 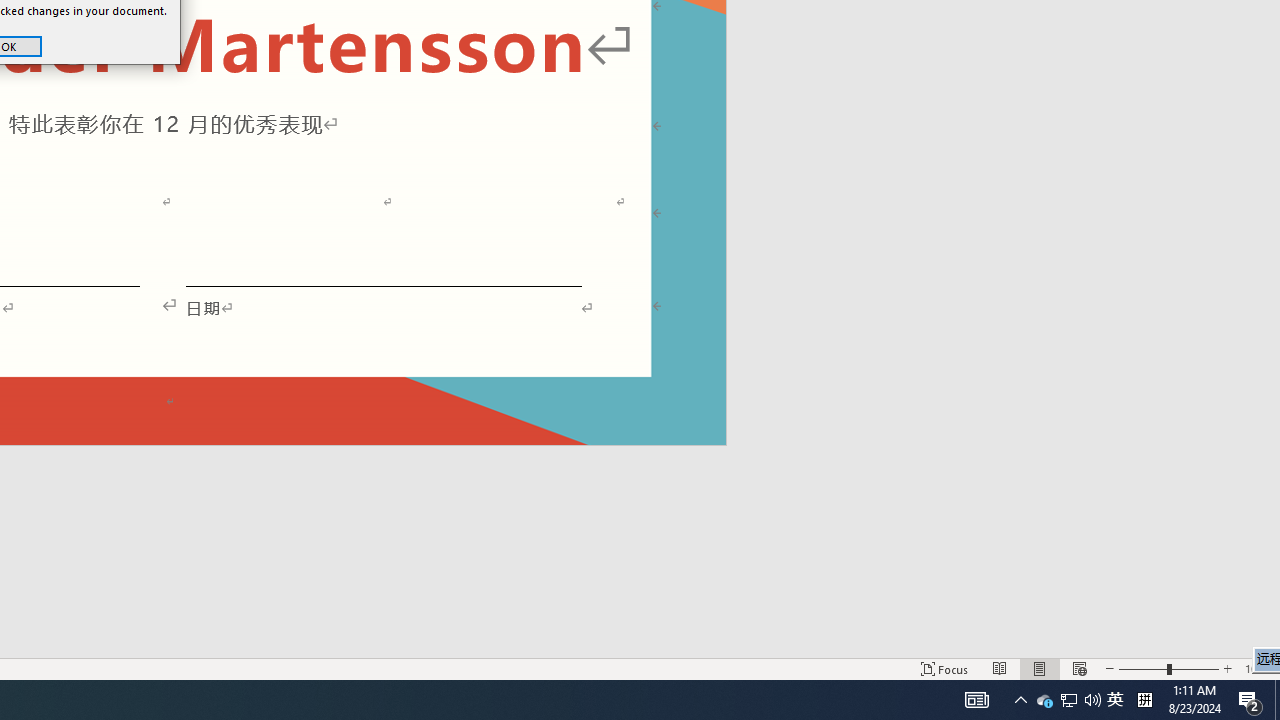 I want to click on 'Show desktop', so click(x=1257, y=669).